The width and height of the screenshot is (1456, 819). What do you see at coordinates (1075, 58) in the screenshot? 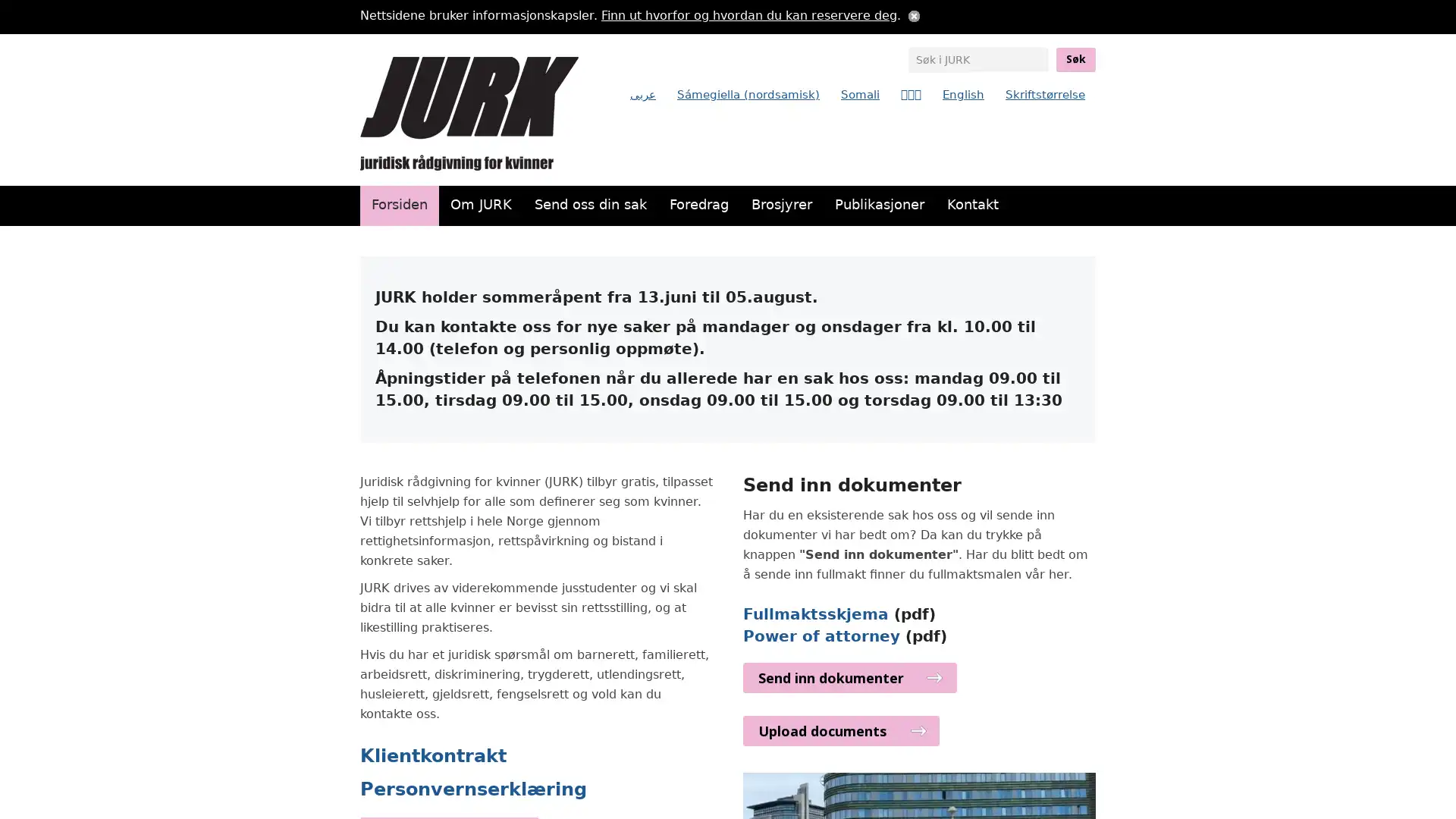
I see `Sk` at bounding box center [1075, 58].